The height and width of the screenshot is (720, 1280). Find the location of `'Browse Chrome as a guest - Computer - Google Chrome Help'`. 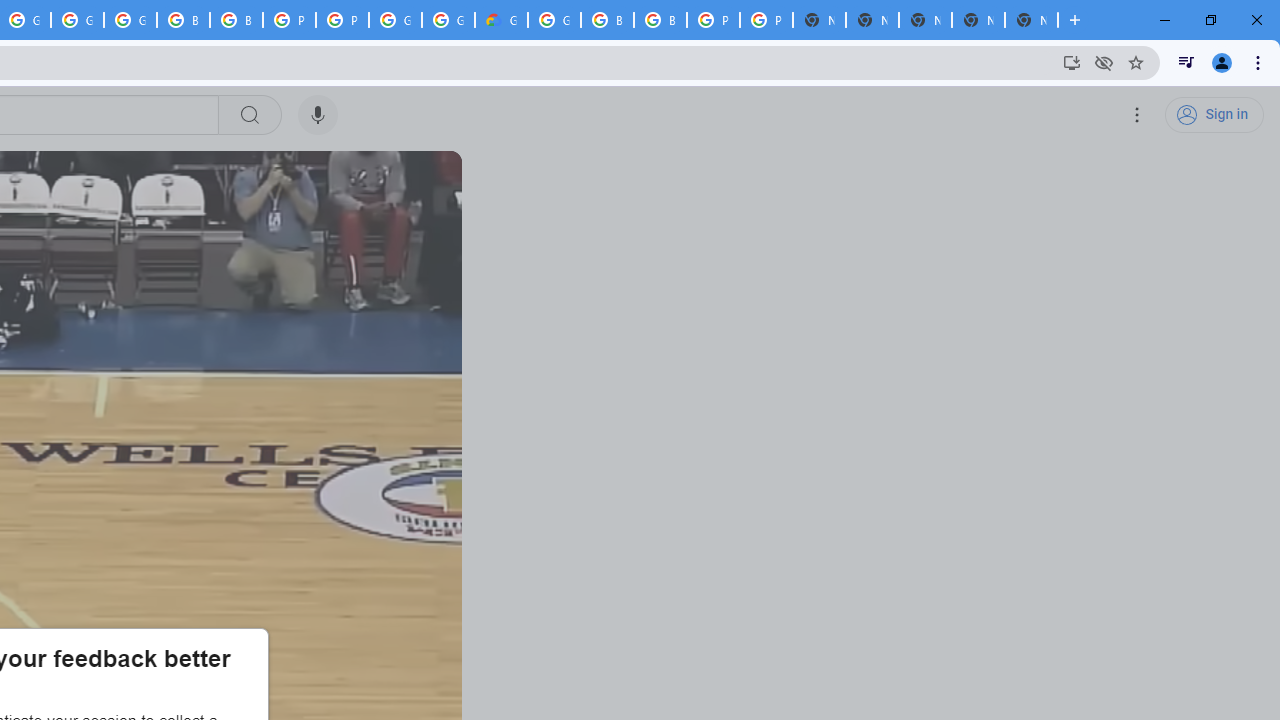

'Browse Chrome as a guest - Computer - Google Chrome Help' is located at coordinates (183, 20).